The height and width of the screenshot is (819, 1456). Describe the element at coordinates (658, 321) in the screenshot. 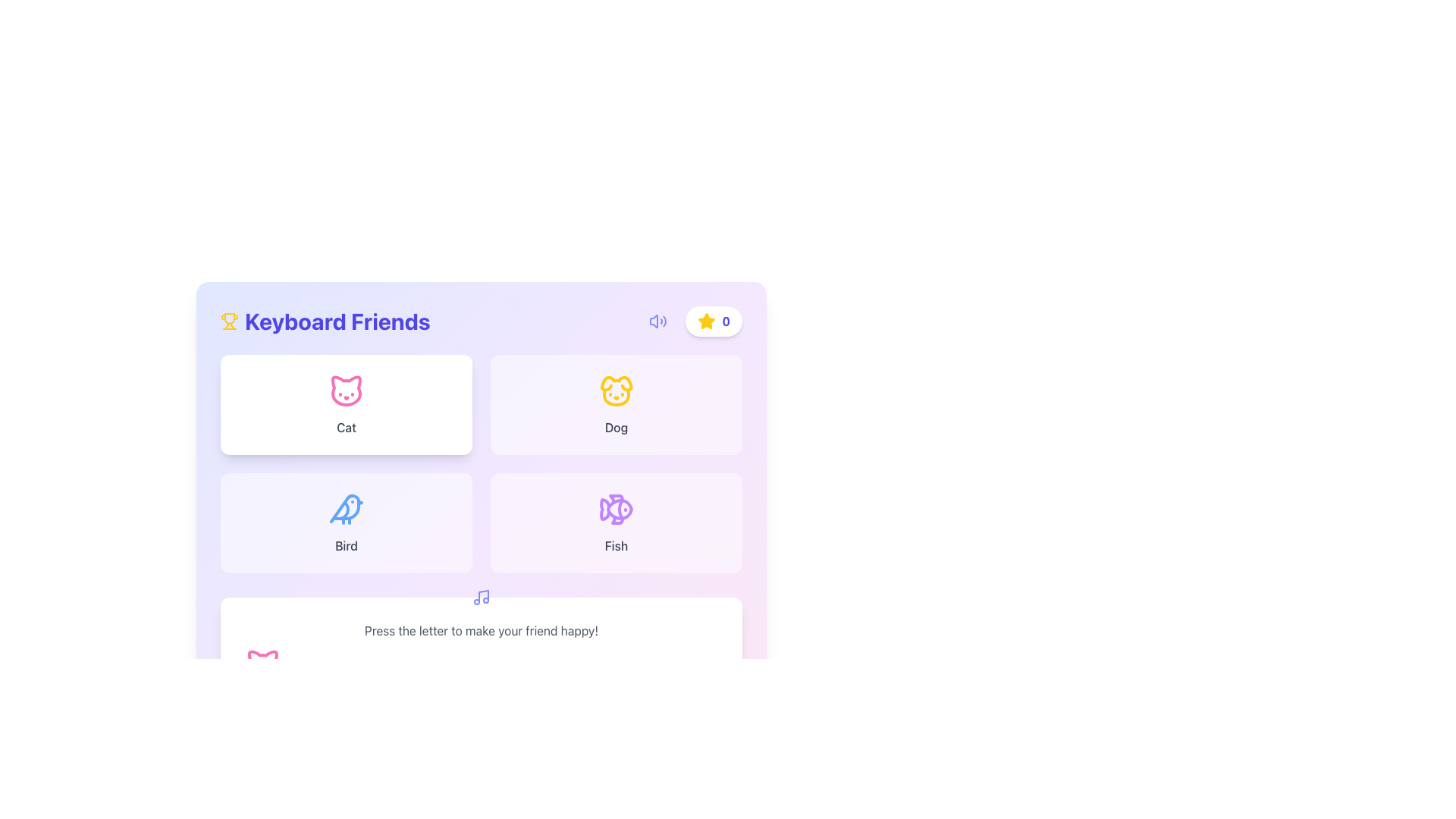

I see `the volume control SVG icon located in the top-right corner of the panel, which is a central component of a rounded, hover-responsive button adjacent to a star icon` at that location.